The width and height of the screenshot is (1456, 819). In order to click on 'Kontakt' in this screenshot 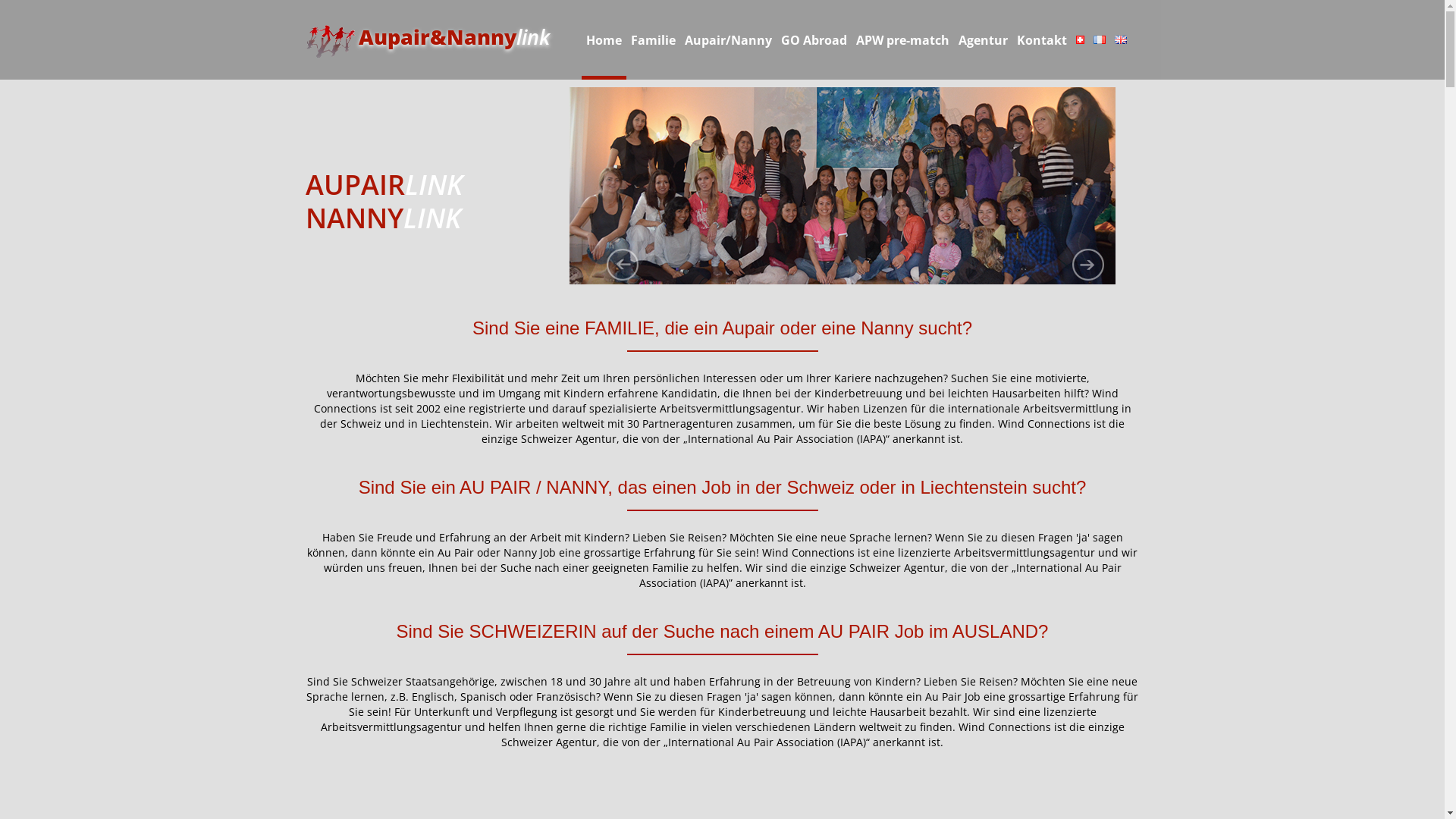, I will do `click(1040, 37)`.